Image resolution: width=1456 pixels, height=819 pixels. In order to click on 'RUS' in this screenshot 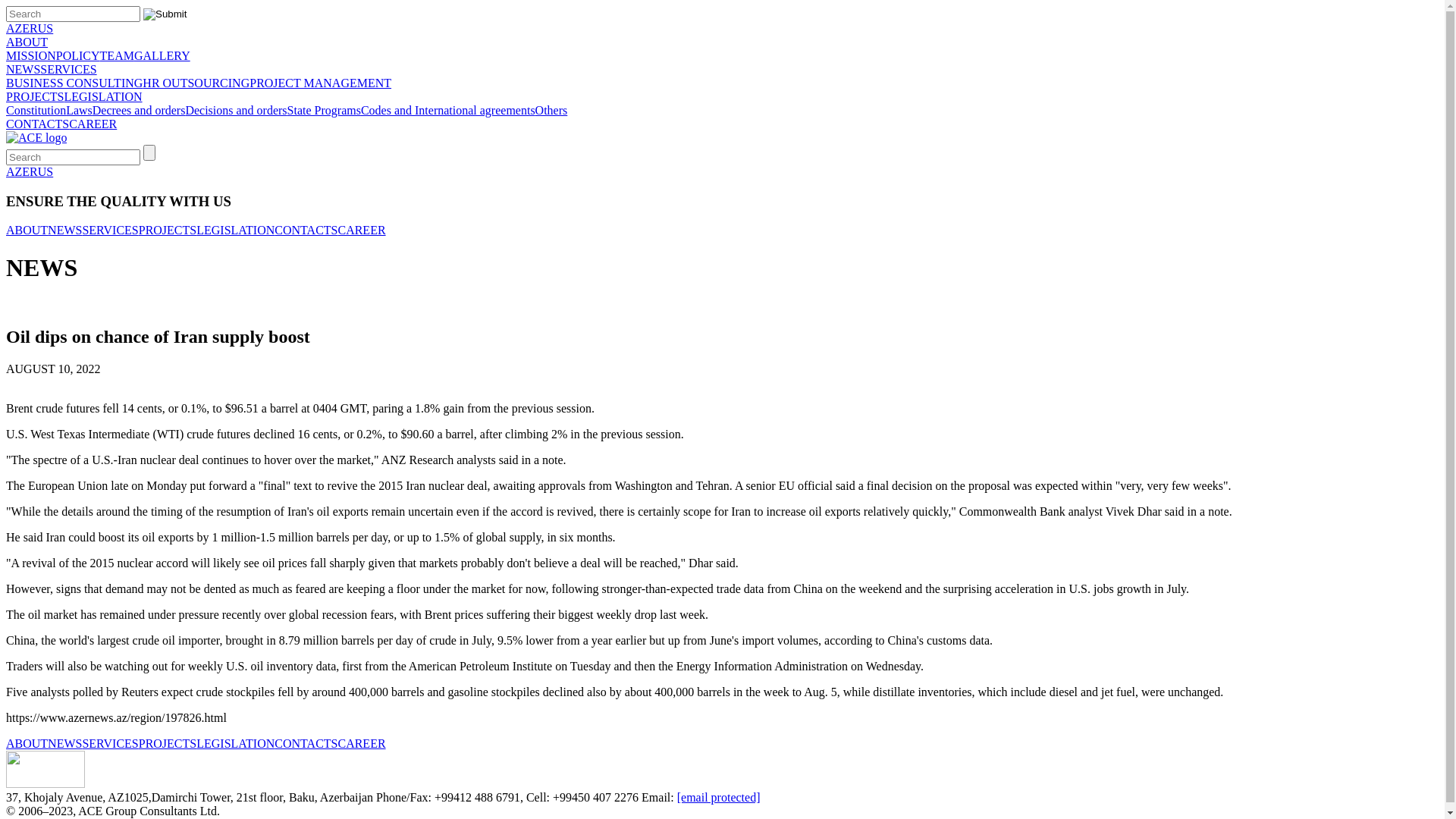, I will do `click(41, 28)`.